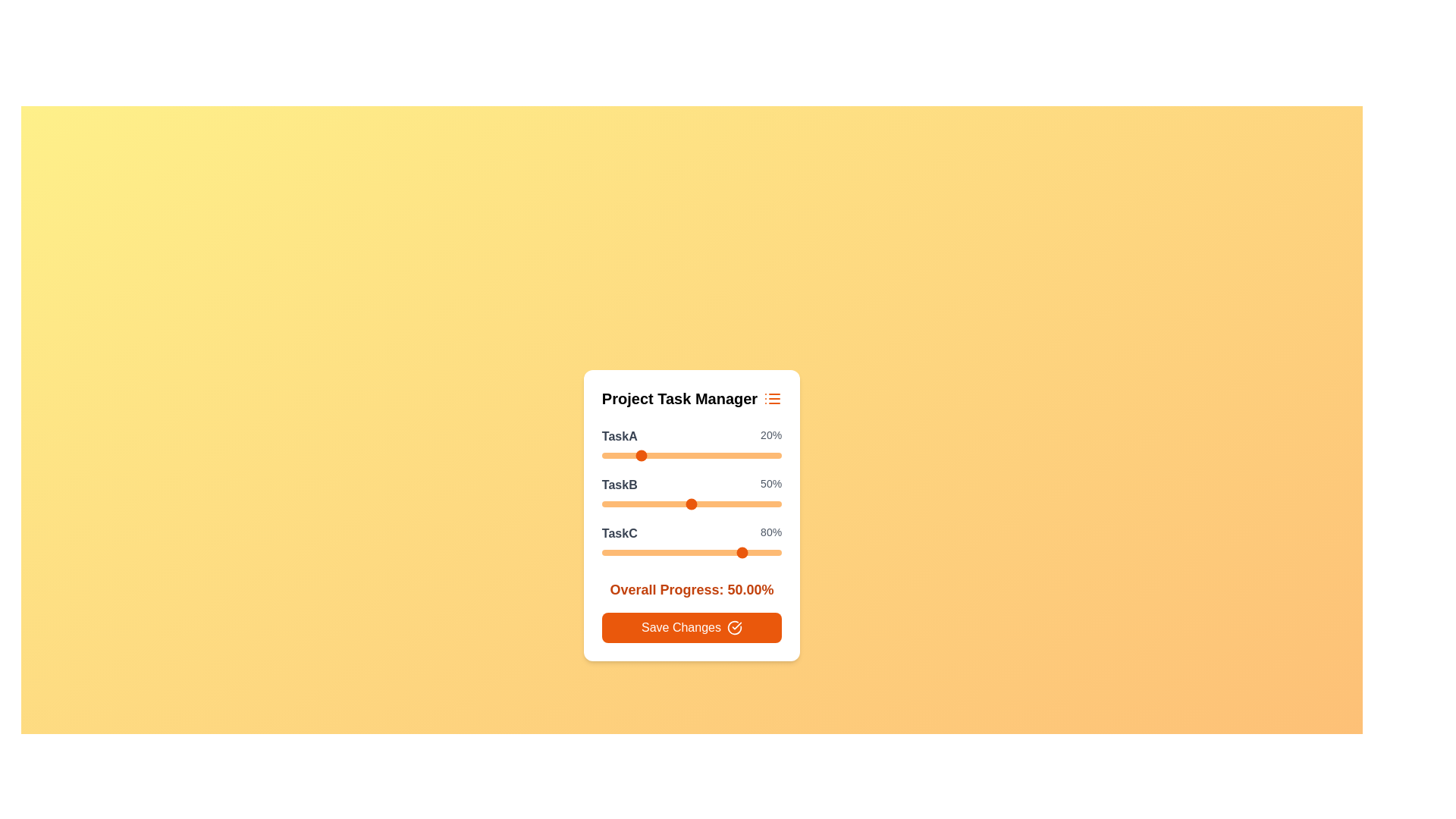 This screenshot has width=1456, height=819. Describe the element at coordinates (744, 455) in the screenshot. I see `the TaskA slider to 79%` at that location.